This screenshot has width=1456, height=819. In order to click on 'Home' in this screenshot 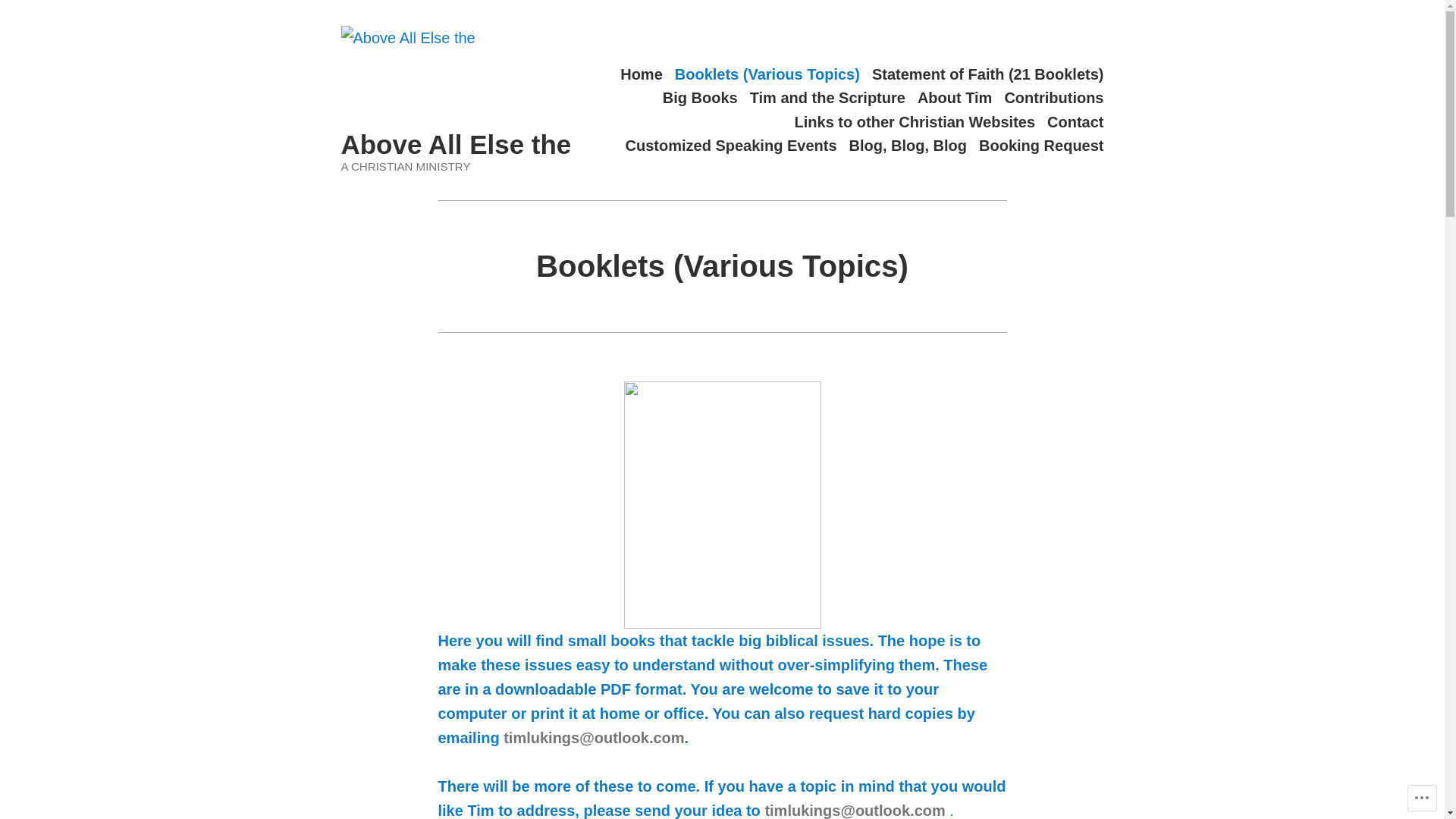, I will do `click(641, 74)`.